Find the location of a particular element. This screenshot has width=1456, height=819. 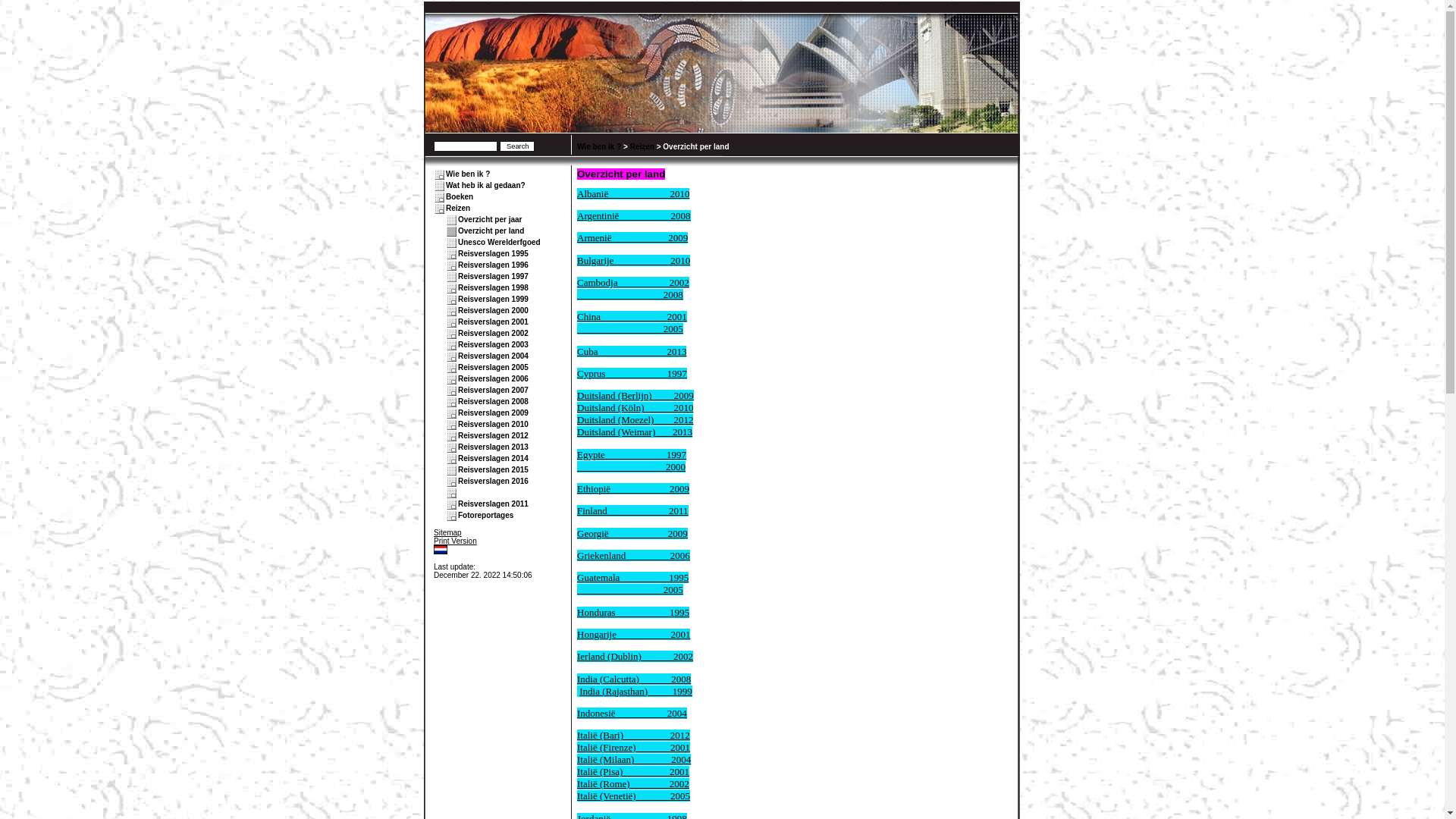

'Reisverslagen 2011' is located at coordinates (457, 504).